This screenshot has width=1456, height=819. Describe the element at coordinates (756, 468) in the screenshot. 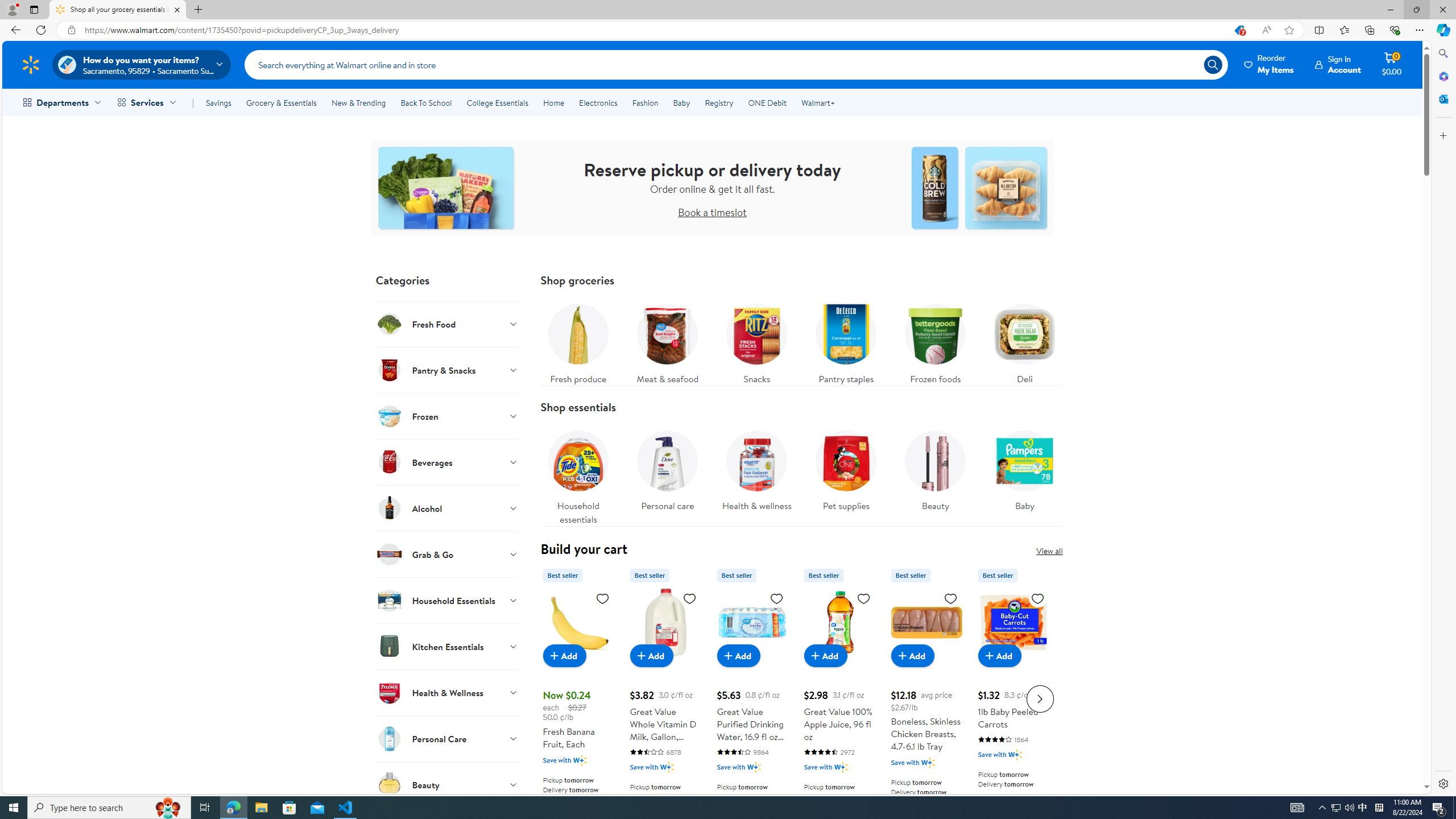

I see `'Health & wellness'` at that location.